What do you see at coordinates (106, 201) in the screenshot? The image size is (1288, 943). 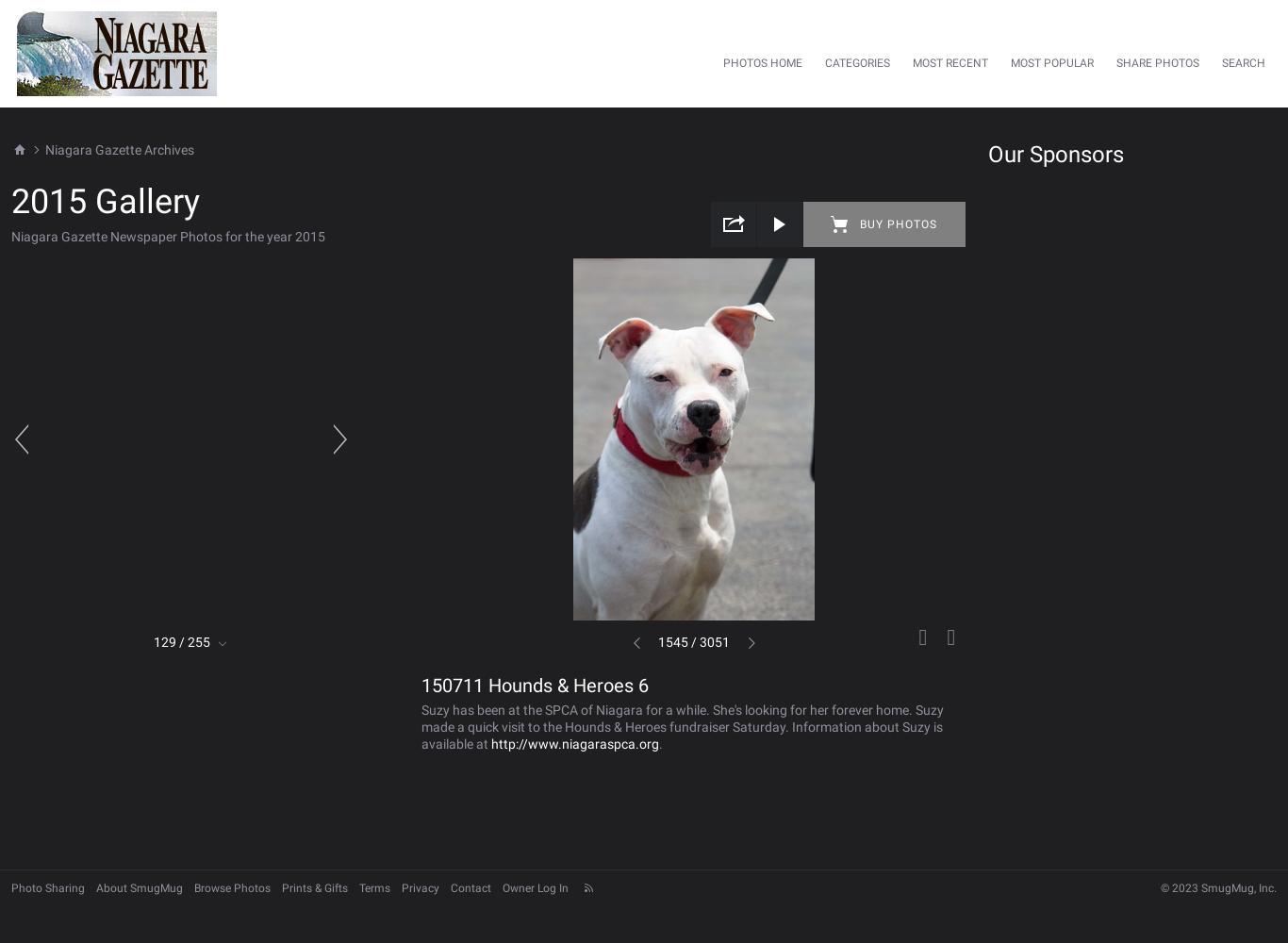 I see `'2015 Gallery'` at bounding box center [106, 201].